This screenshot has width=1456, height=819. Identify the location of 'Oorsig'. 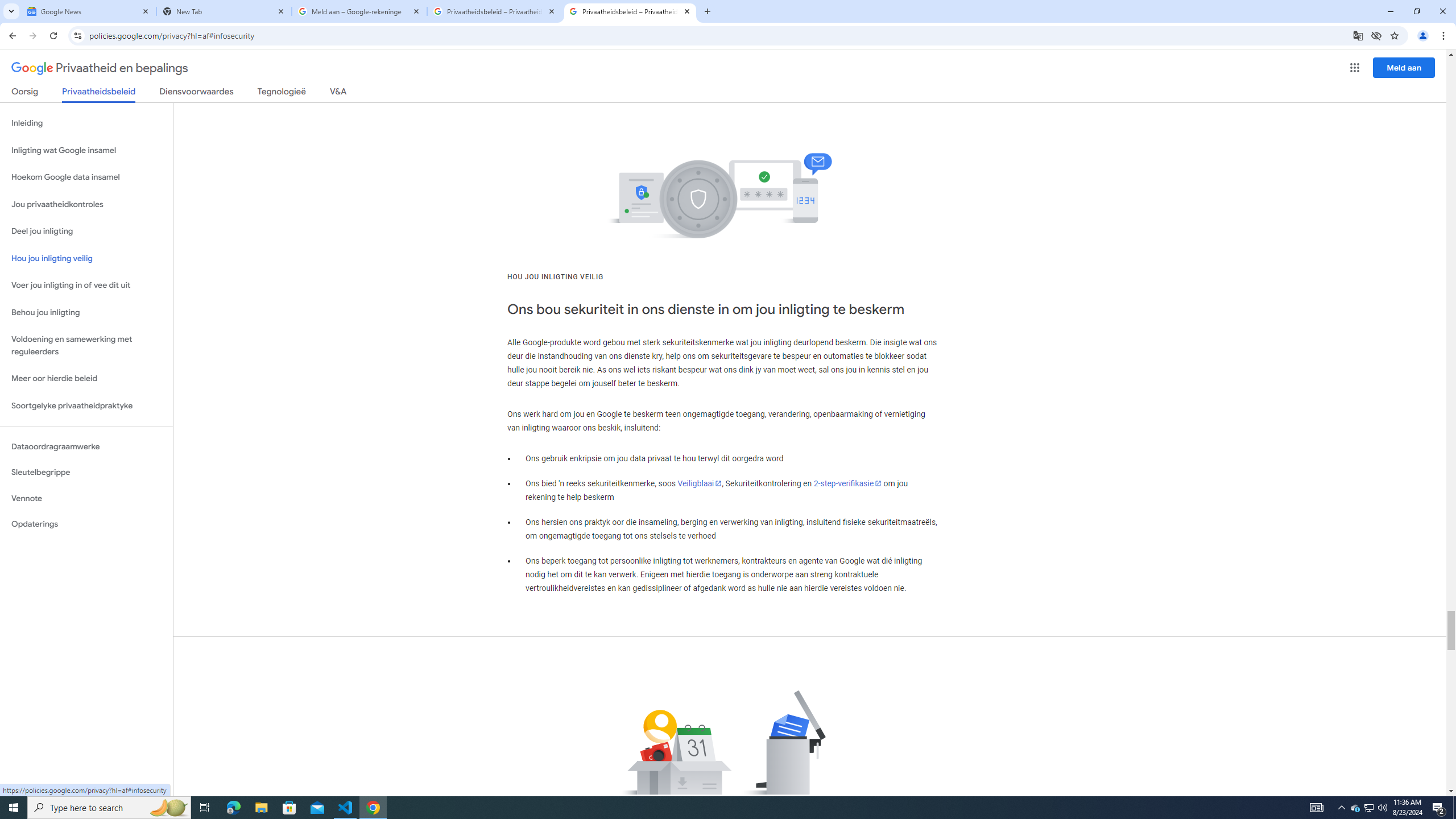
(25, 93).